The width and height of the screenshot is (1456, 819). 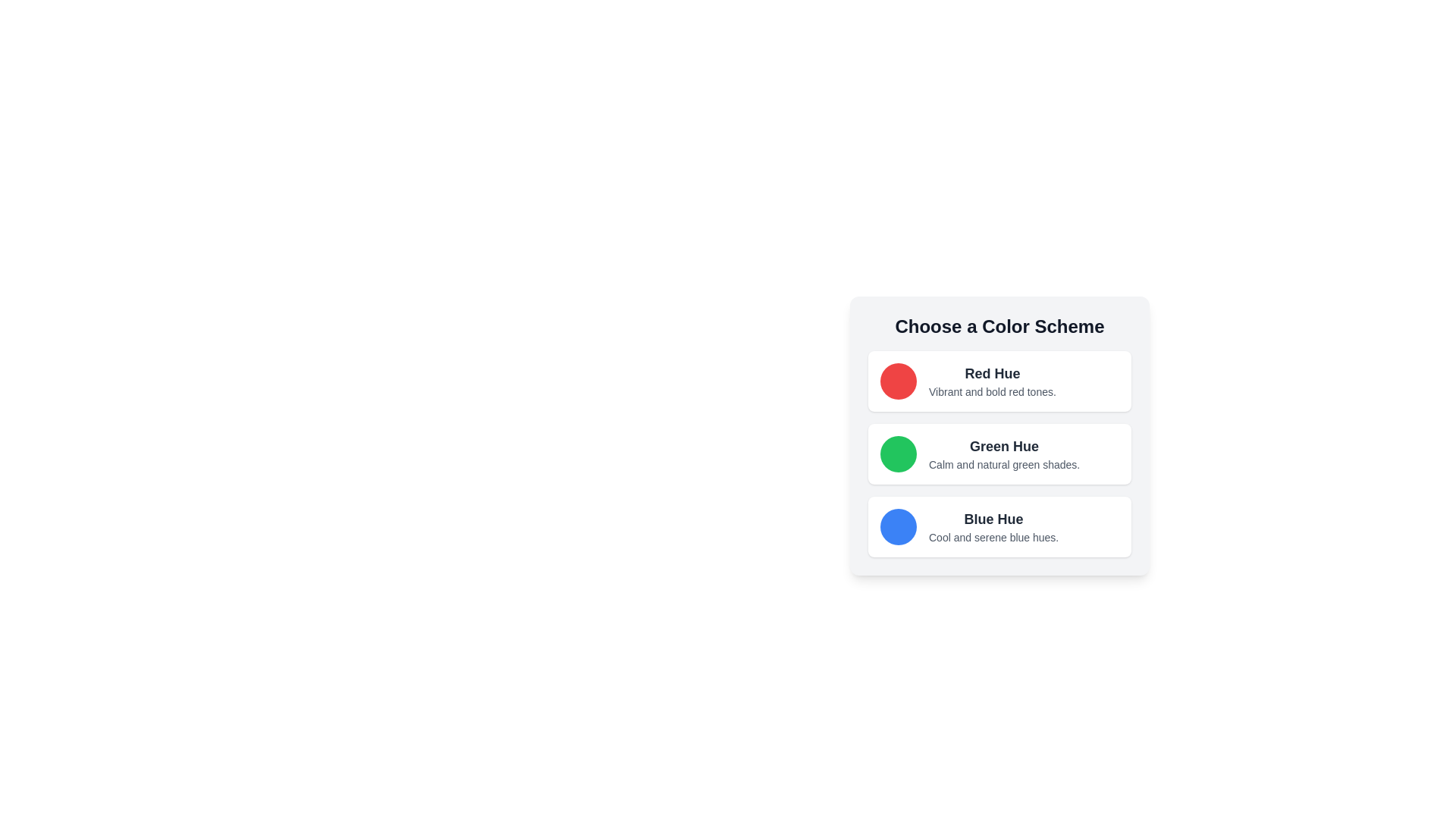 I want to click on the green circular swatch labeled 'Green Hue', so click(x=999, y=480).